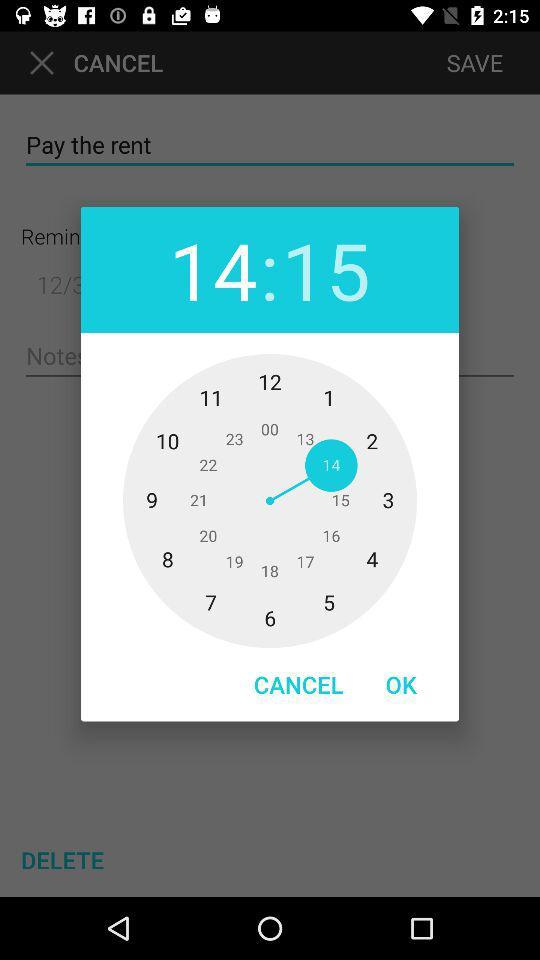 Image resolution: width=540 pixels, height=960 pixels. Describe the element at coordinates (401, 684) in the screenshot. I see `icon next to the cancel item` at that location.